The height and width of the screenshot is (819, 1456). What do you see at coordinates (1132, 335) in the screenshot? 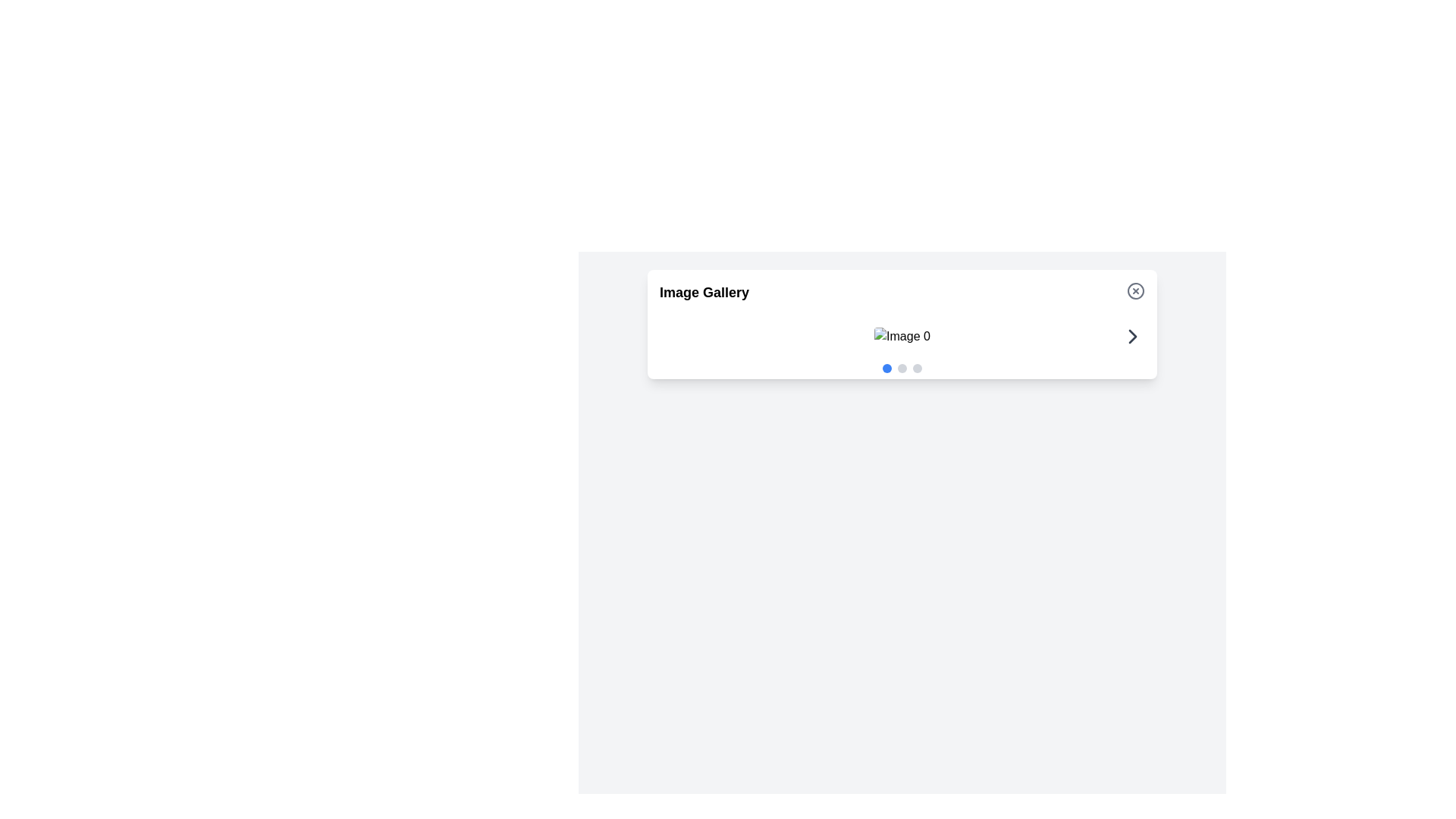
I see `the chevron-shaped button pointing to the right, styled in dark gray, located on the right edge of the image gallery interface` at bounding box center [1132, 335].